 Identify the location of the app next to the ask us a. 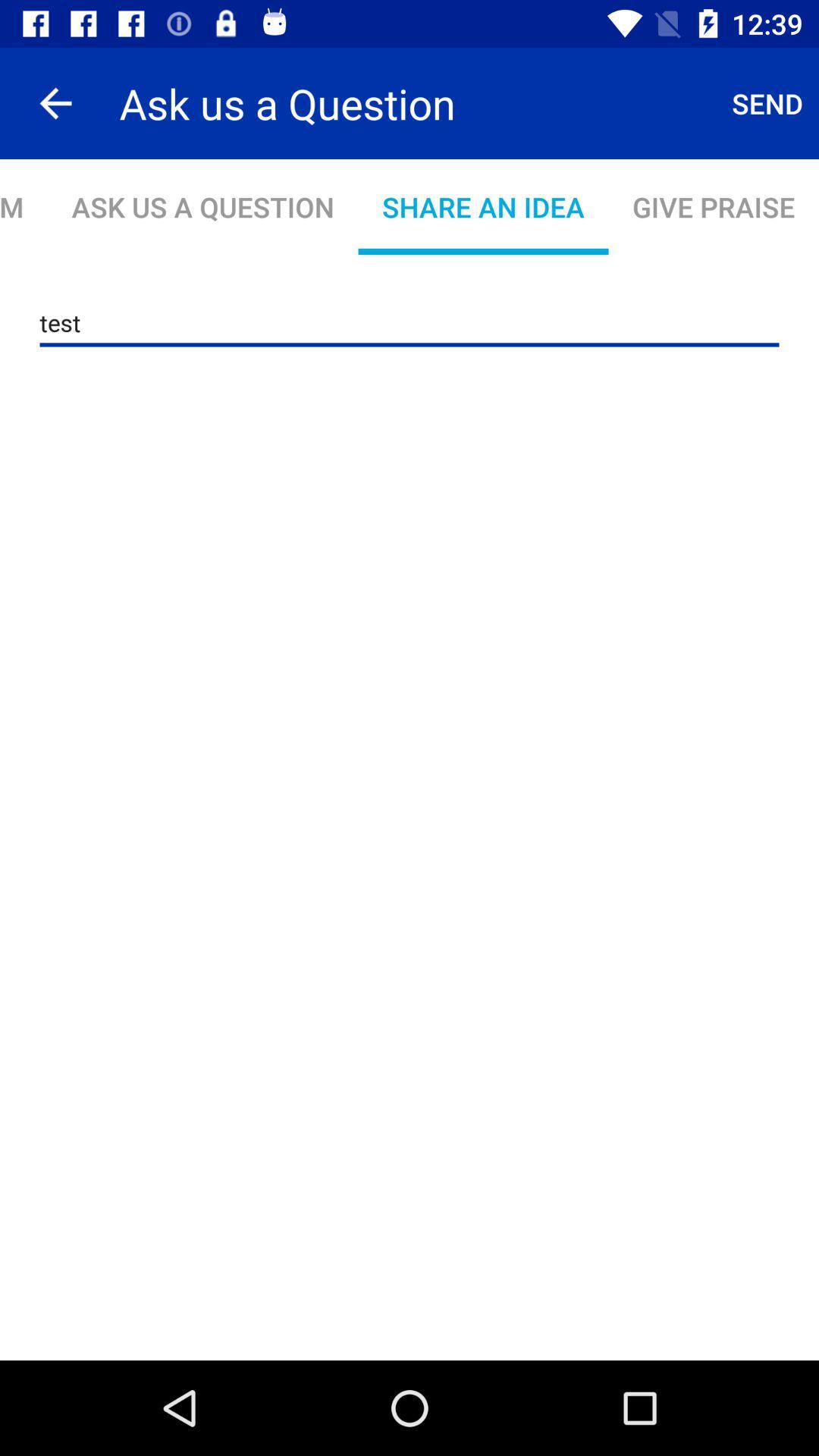
(55, 102).